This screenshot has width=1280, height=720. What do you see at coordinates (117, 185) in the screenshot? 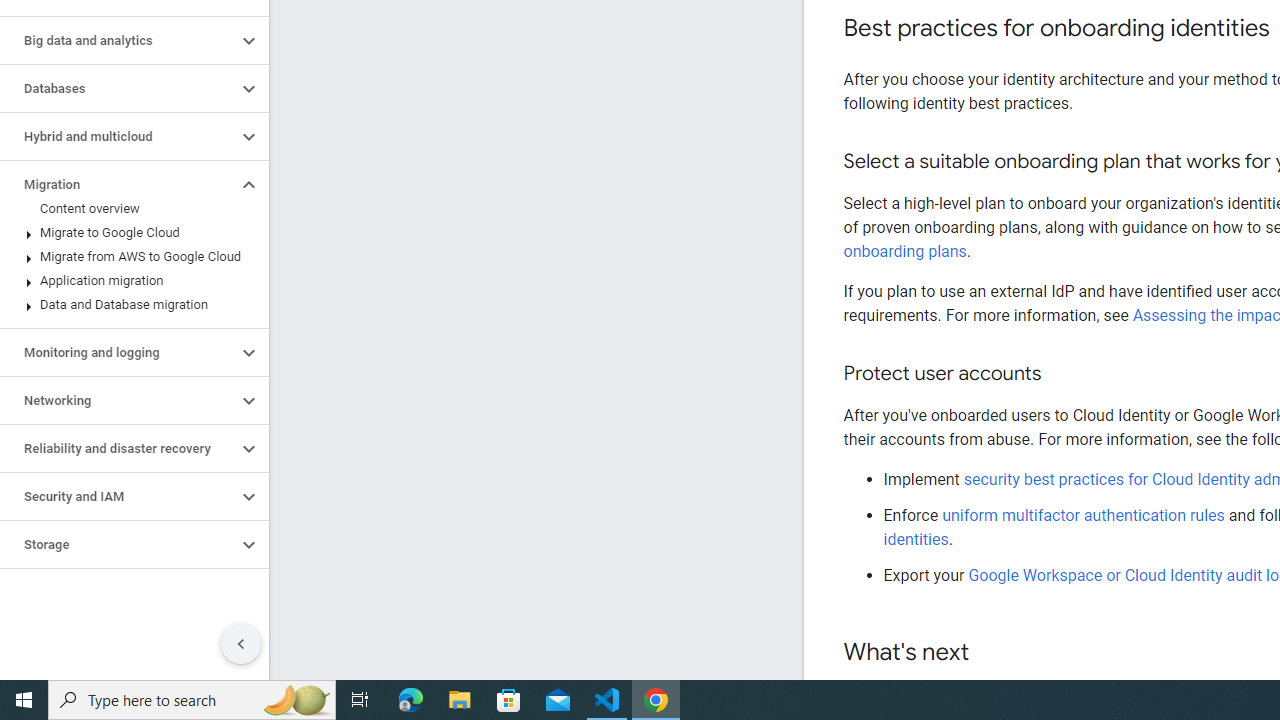
I see `'Migration'` at bounding box center [117, 185].